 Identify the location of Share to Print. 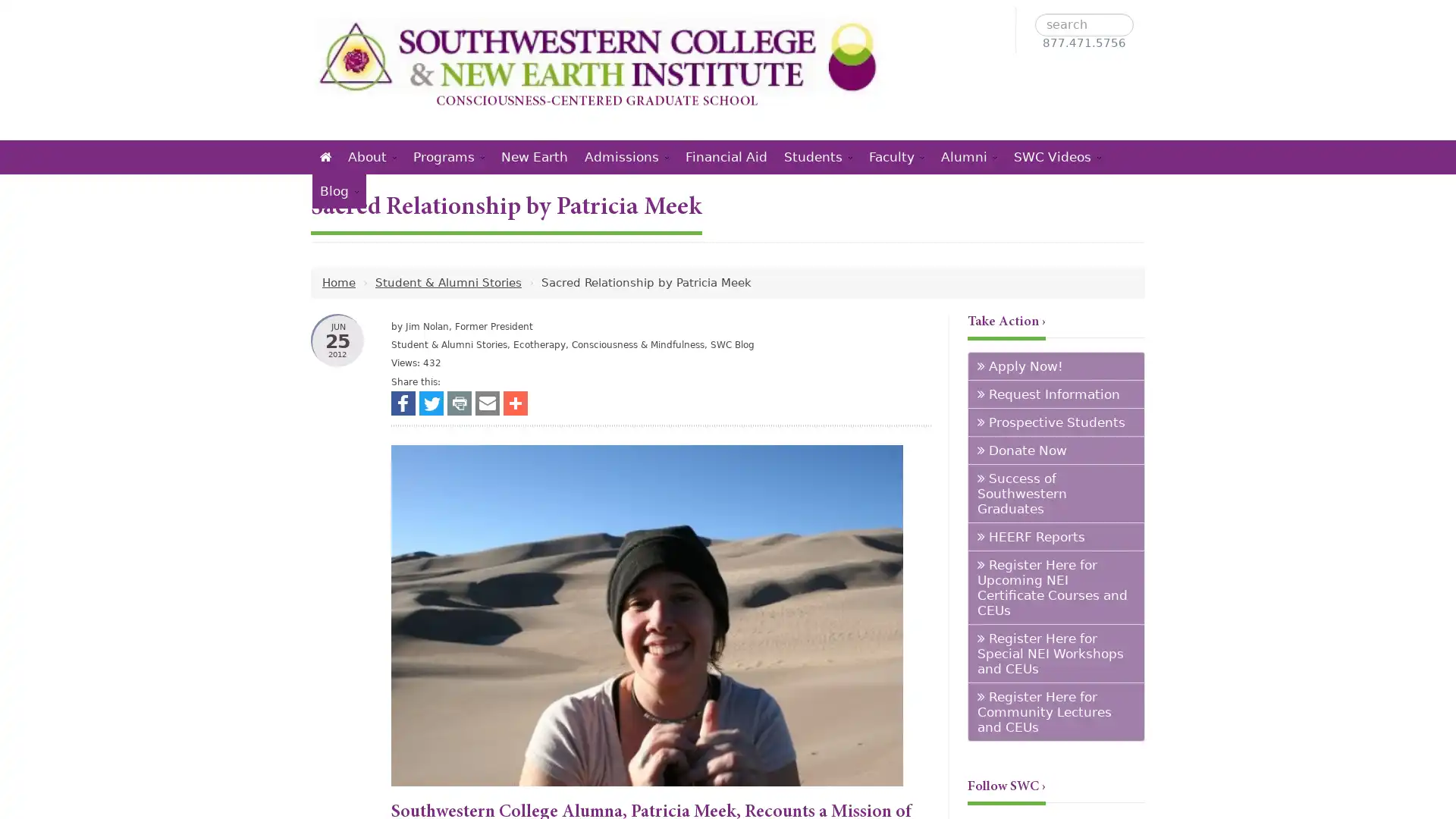
(458, 402).